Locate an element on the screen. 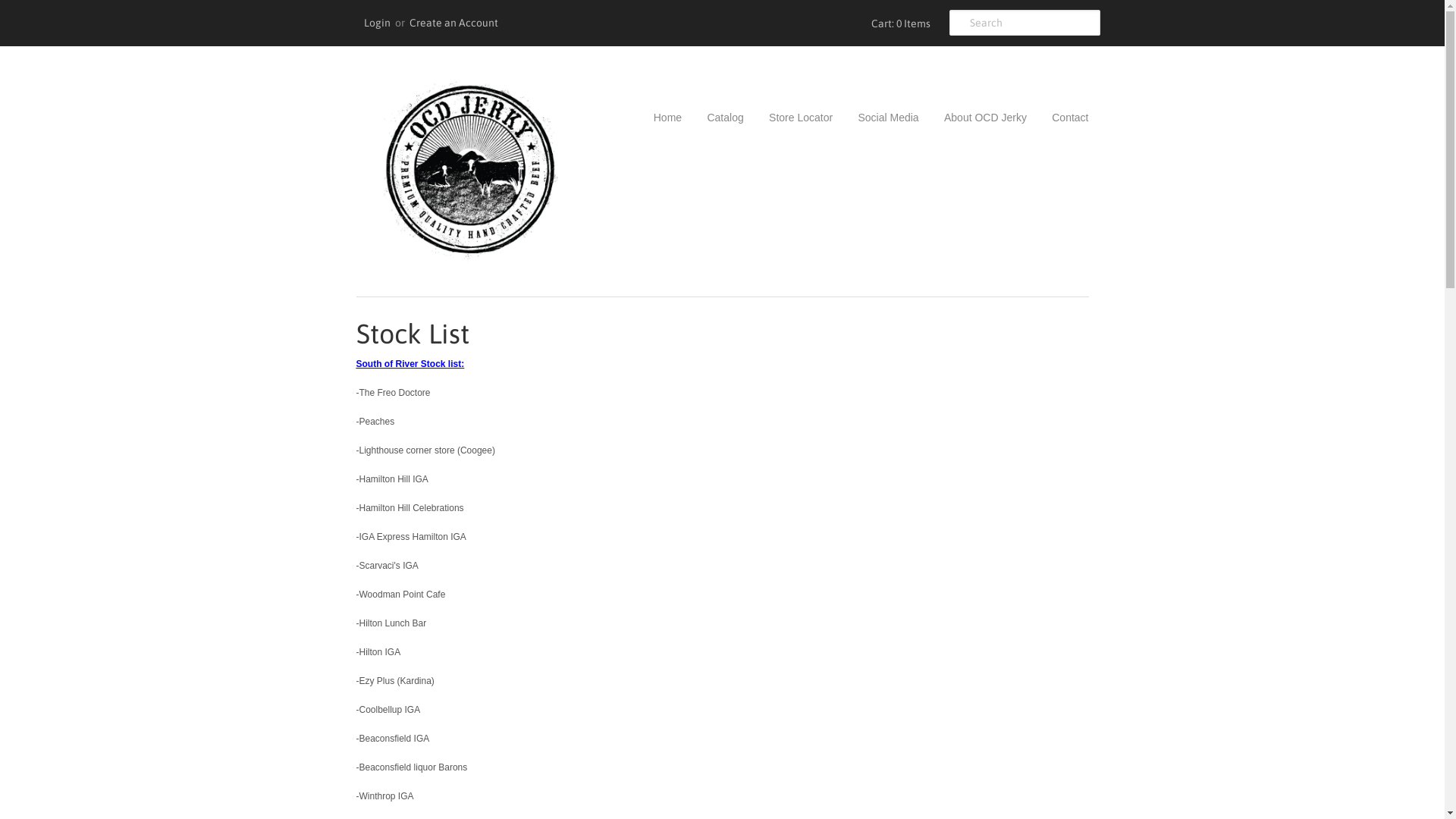 The width and height of the screenshot is (1456, 819). 'Cart: 0 Items' is located at coordinates (866, 23).